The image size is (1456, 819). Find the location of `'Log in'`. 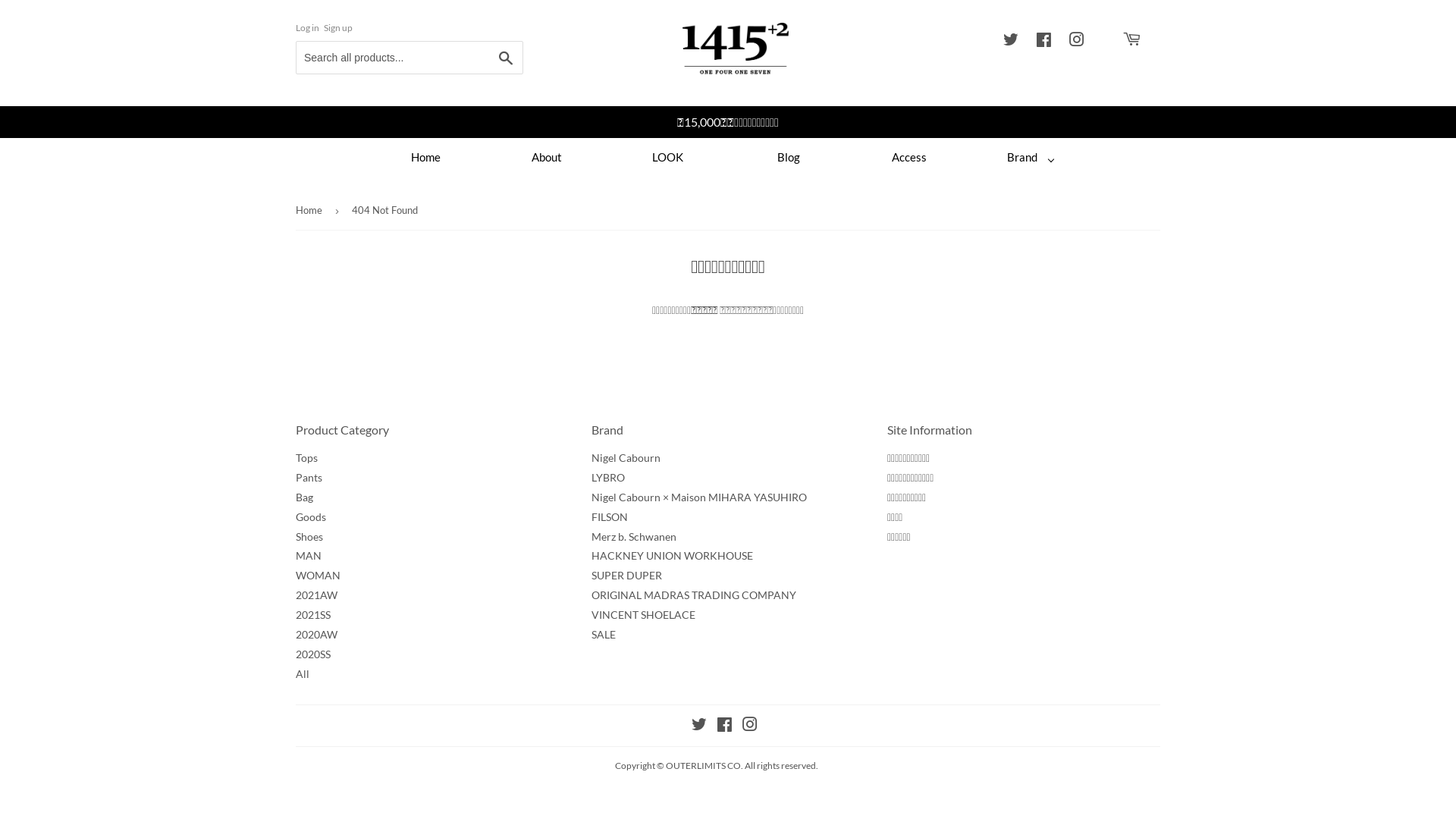

'Log in' is located at coordinates (306, 27).